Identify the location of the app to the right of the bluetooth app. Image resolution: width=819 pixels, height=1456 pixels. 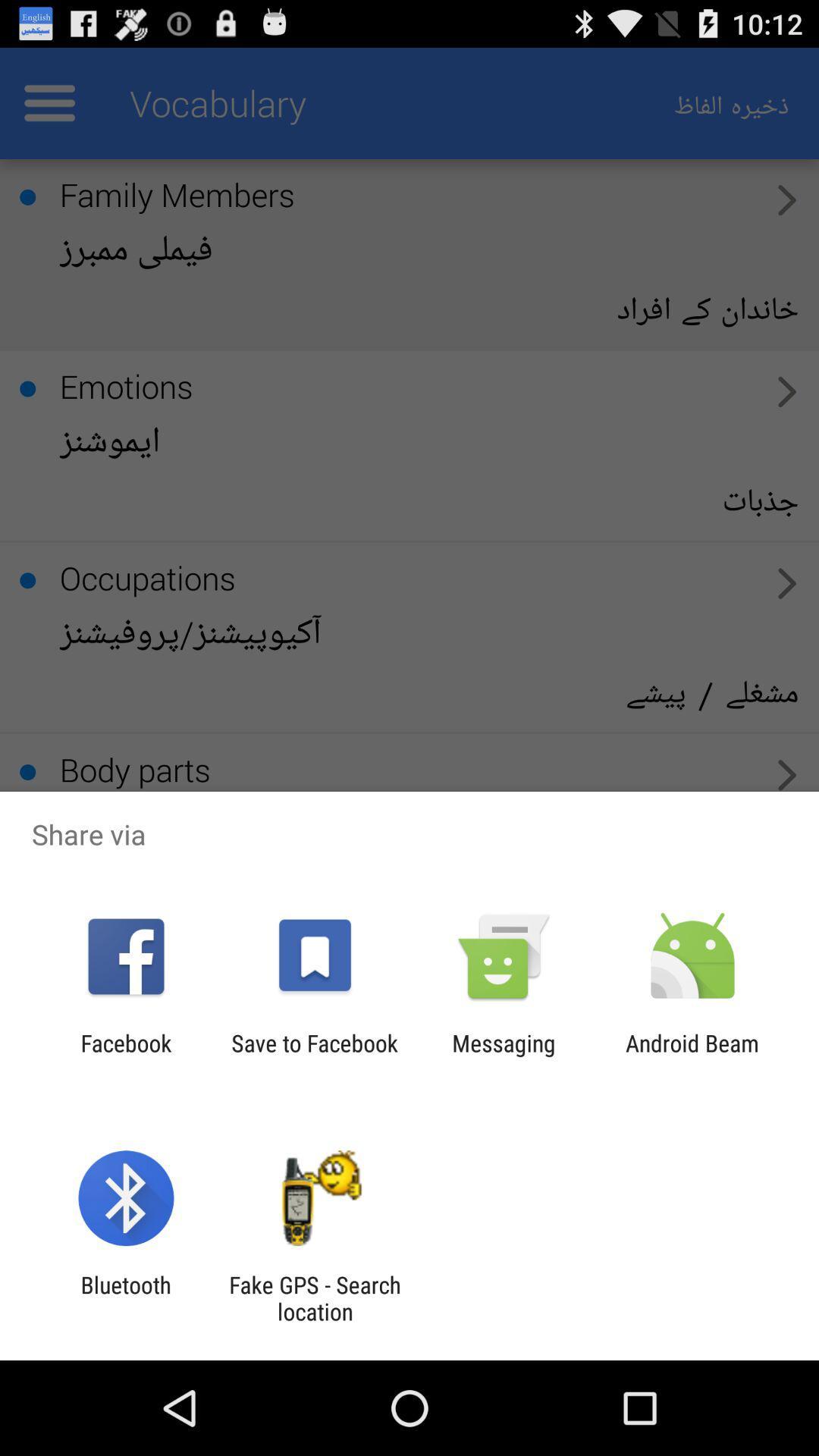
(314, 1298).